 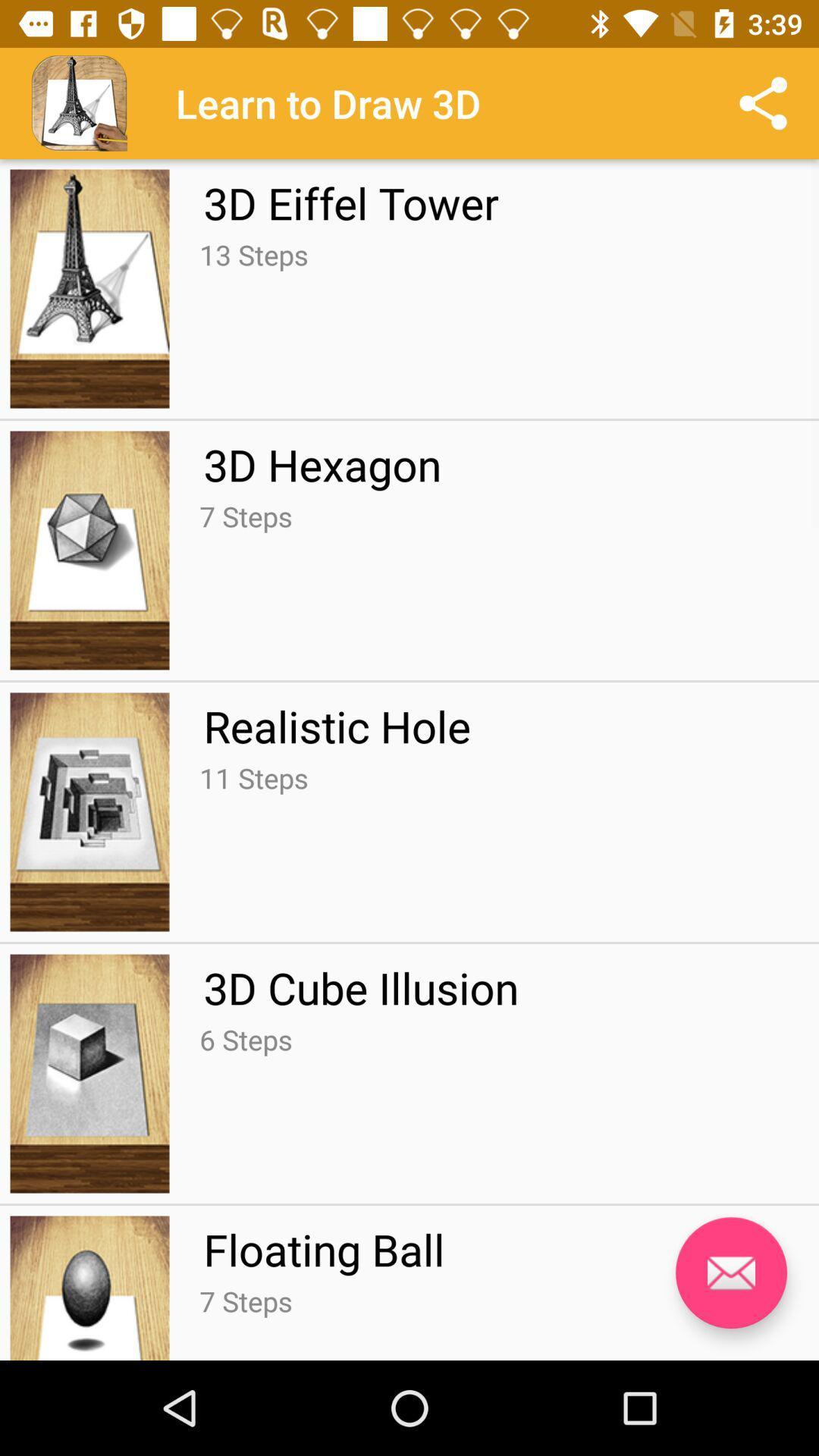 I want to click on the 3d cube illusion app, so click(x=361, y=987).